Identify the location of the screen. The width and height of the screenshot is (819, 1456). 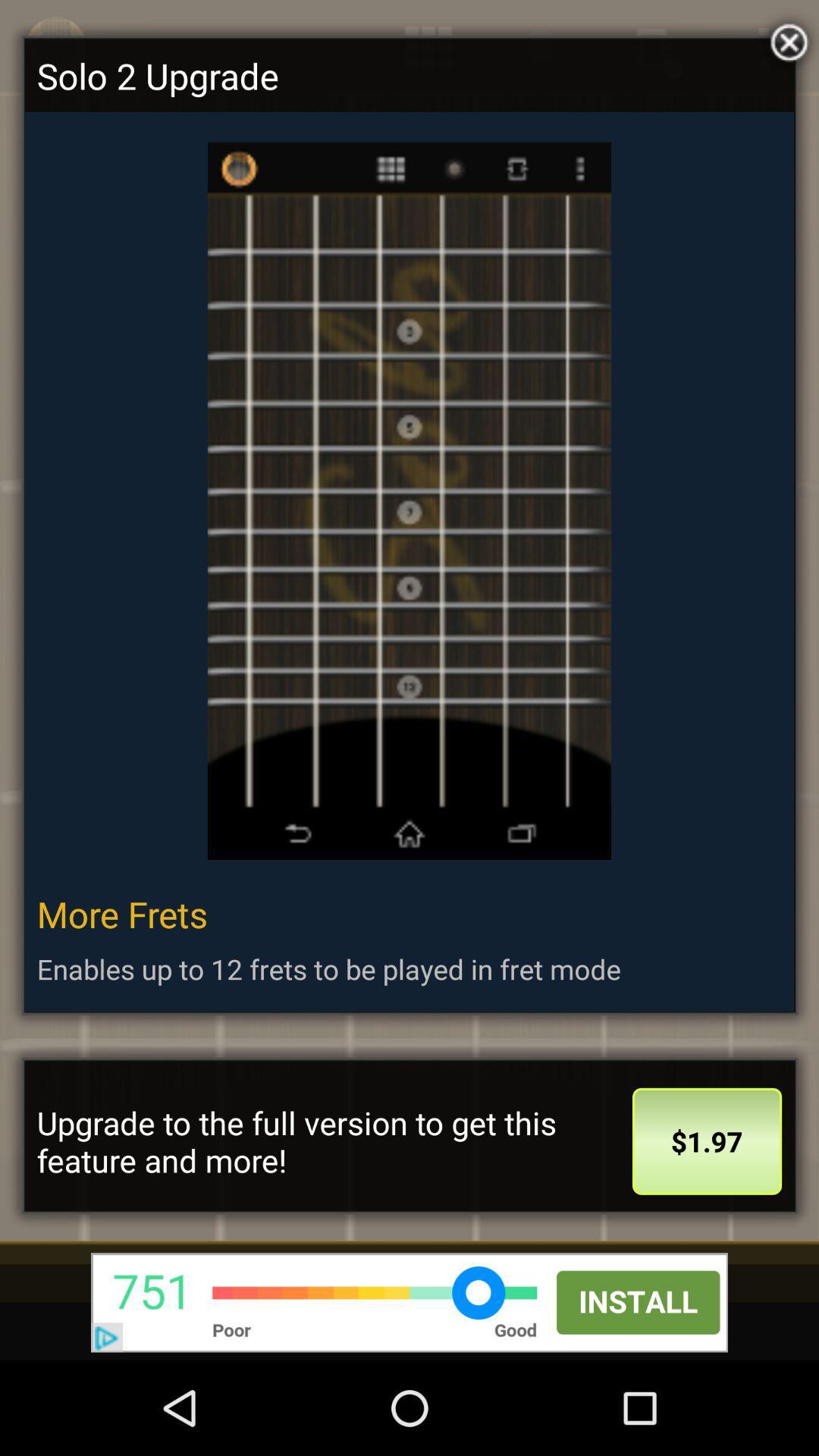
(785, 39).